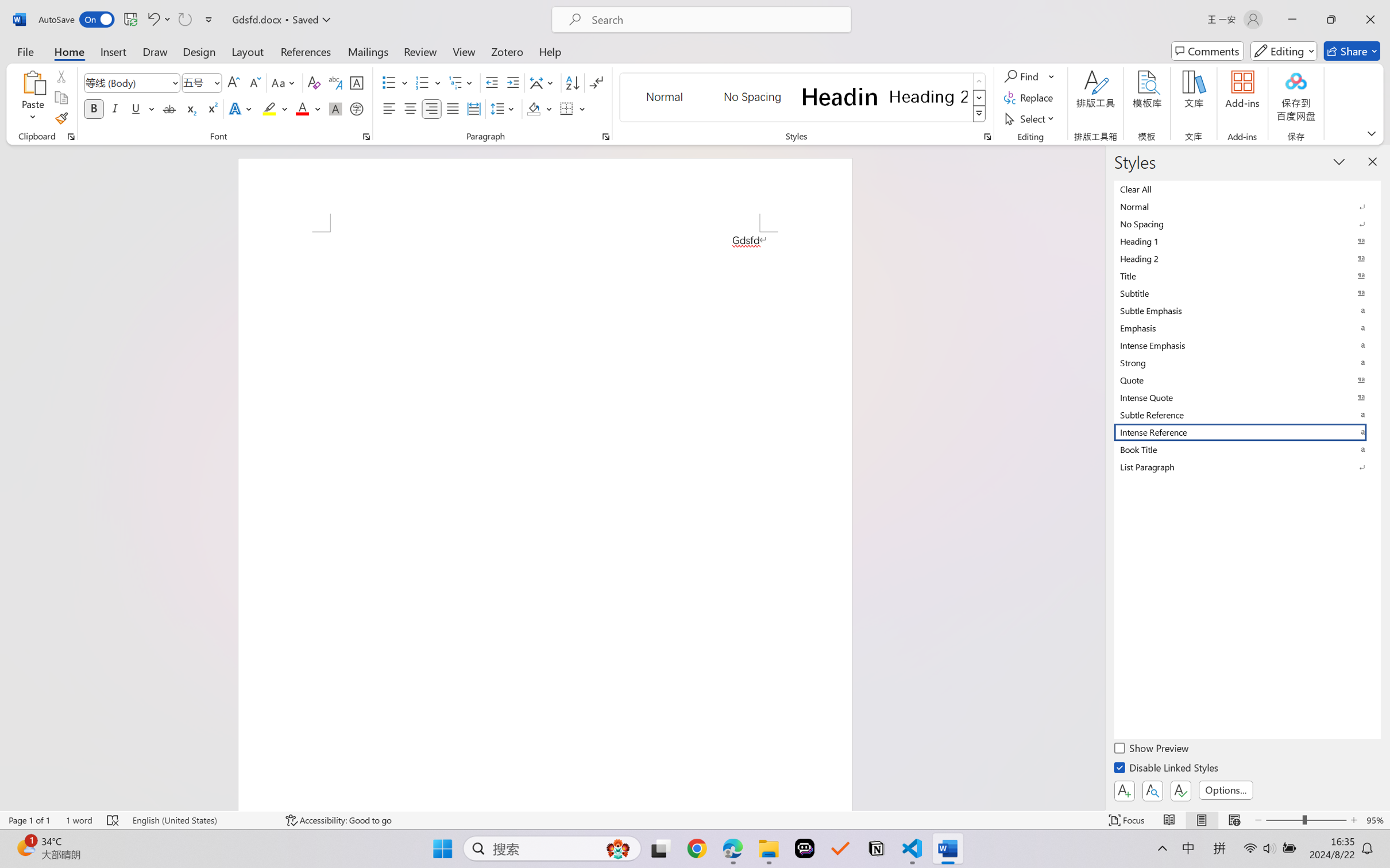 The height and width of the screenshot is (868, 1390). Describe the element at coordinates (978, 81) in the screenshot. I see `'Row up'` at that location.